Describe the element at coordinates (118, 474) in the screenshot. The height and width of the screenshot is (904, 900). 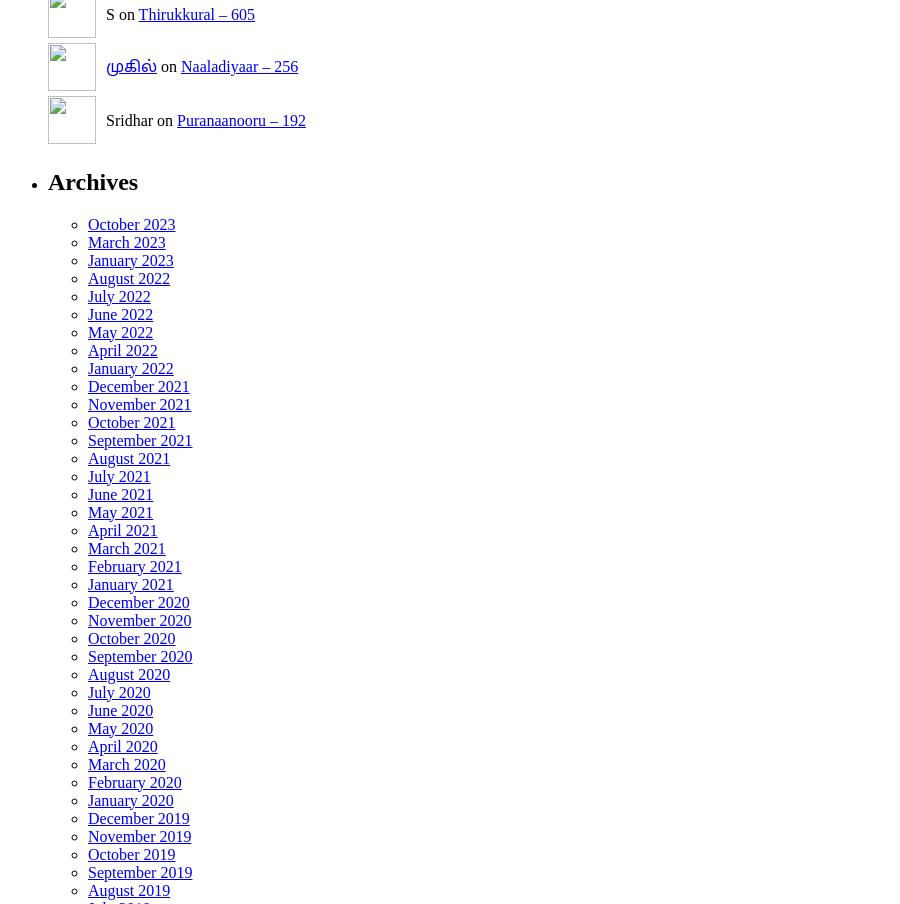
I see `'July 2021'` at that location.